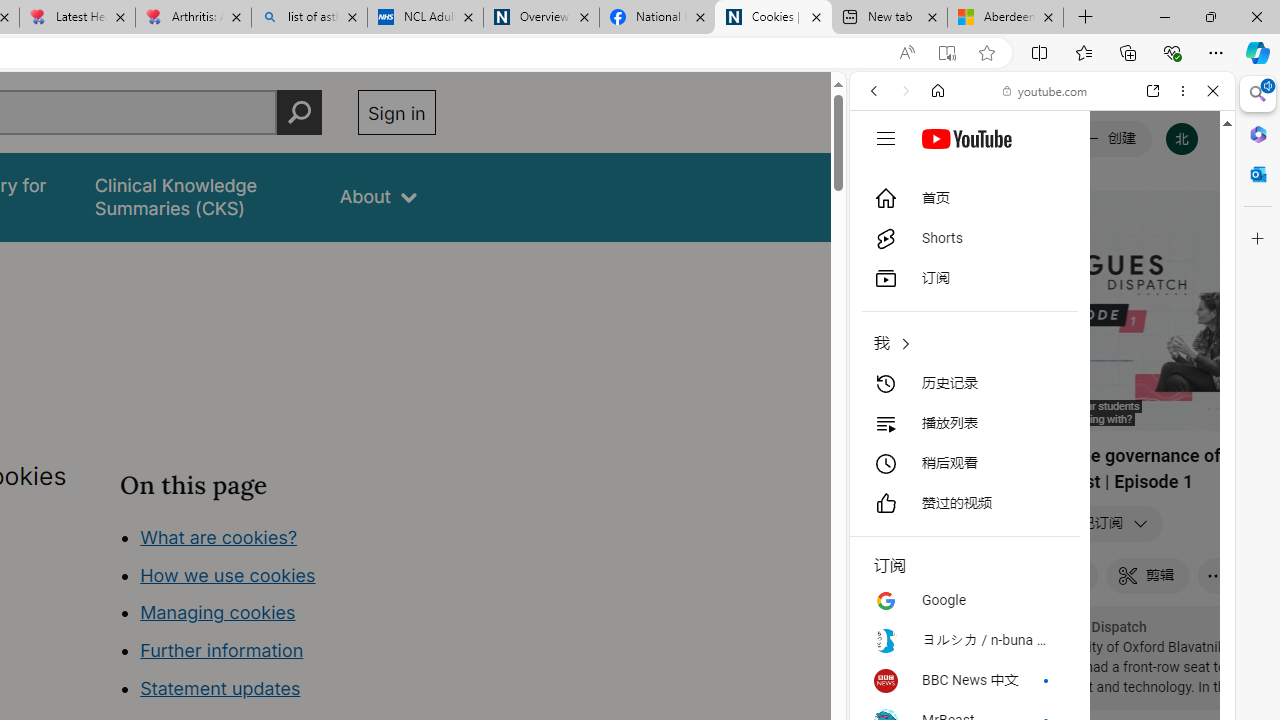  What do you see at coordinates (1045, 91) in the screenshot?
I see `'youtube.com'` at bounding box center [1045, 91].